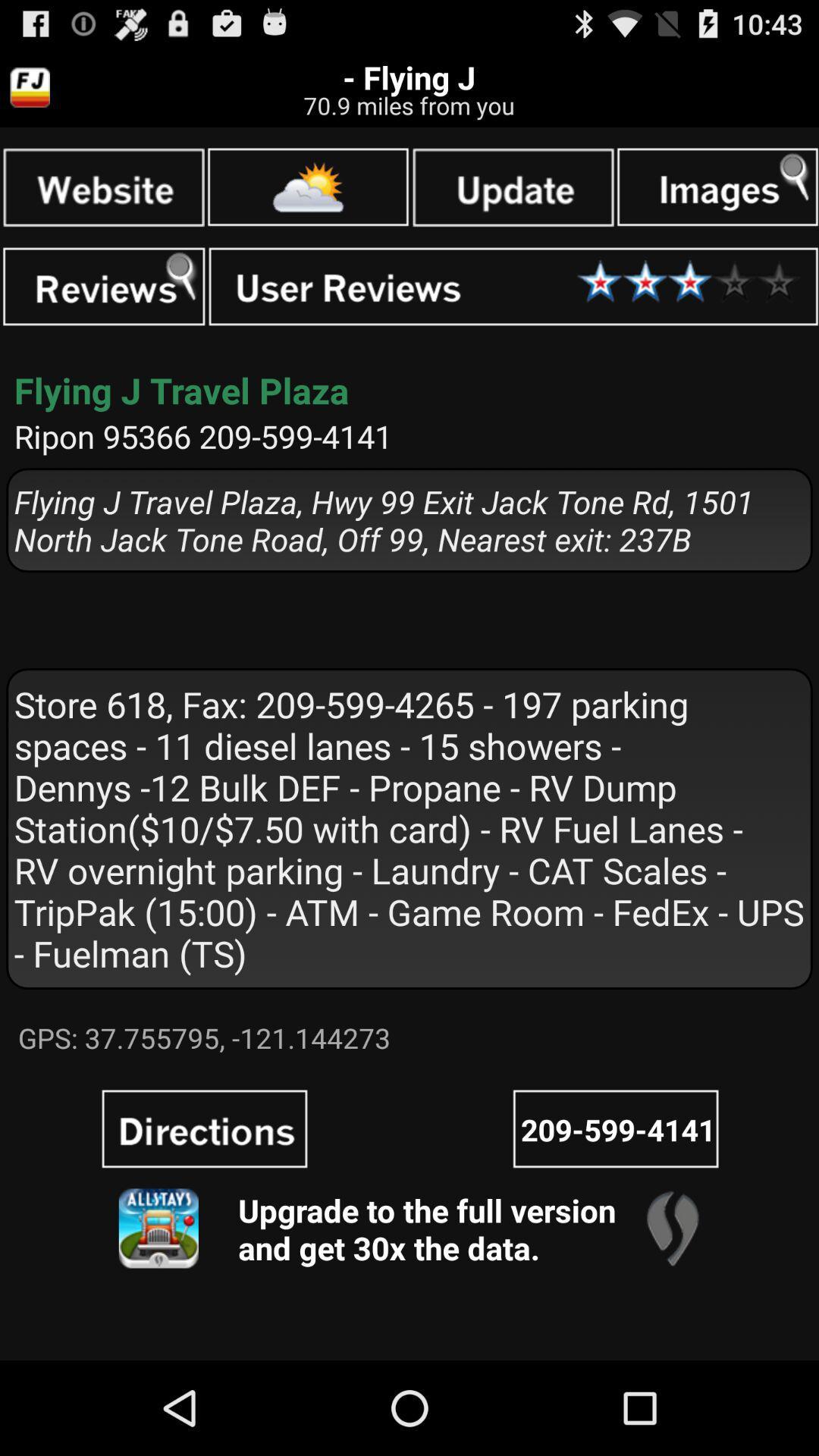 The height and width of the screenshot is (1456, 819). What do you see at coordinates (103, 287) in the screenshot?
I see `search reviews` at bounding box center [103, 287].